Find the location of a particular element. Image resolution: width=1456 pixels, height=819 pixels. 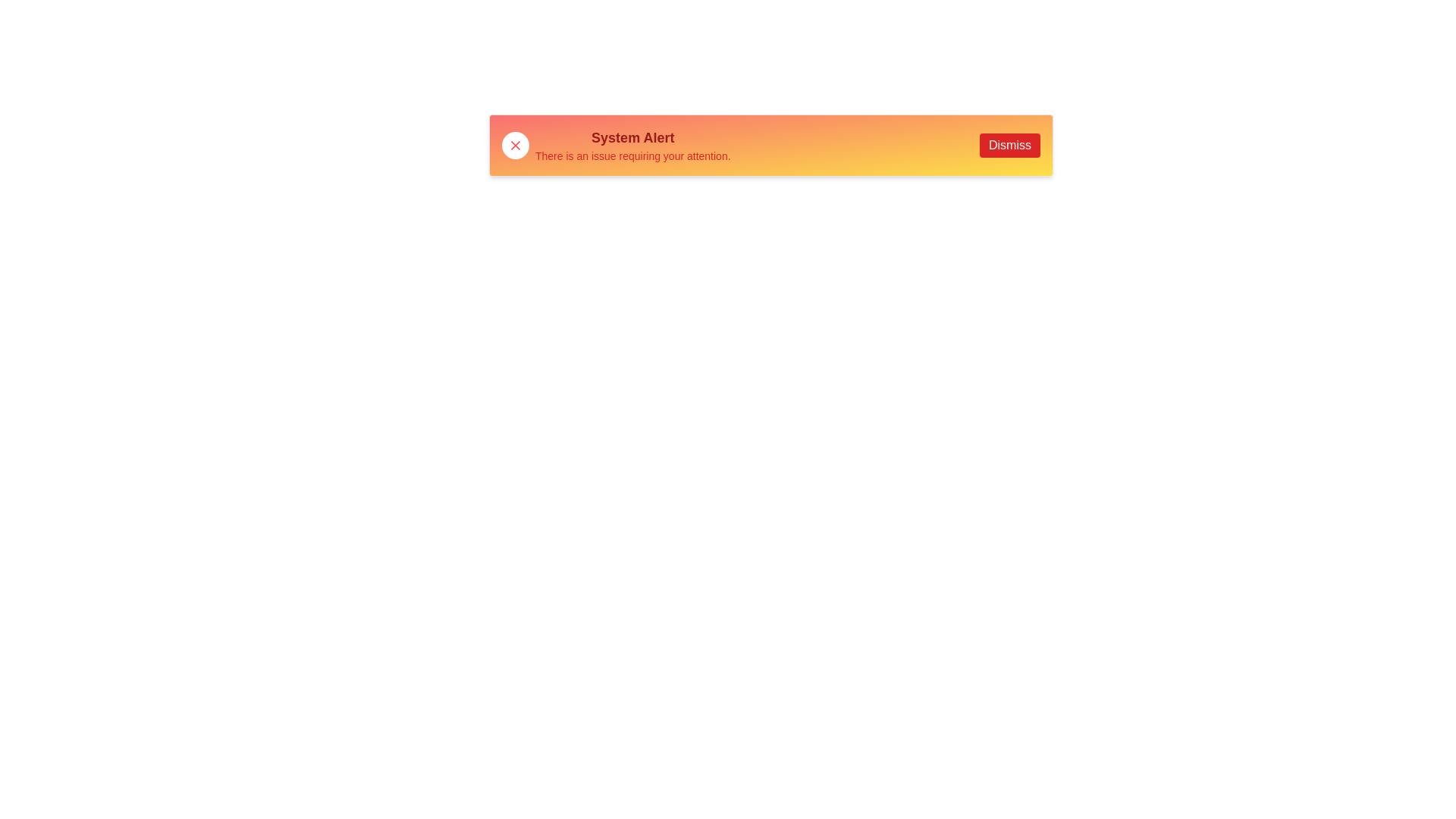

the close button located at the leftmost side of the 'System Alert' box is located at coordinates (516, 146).